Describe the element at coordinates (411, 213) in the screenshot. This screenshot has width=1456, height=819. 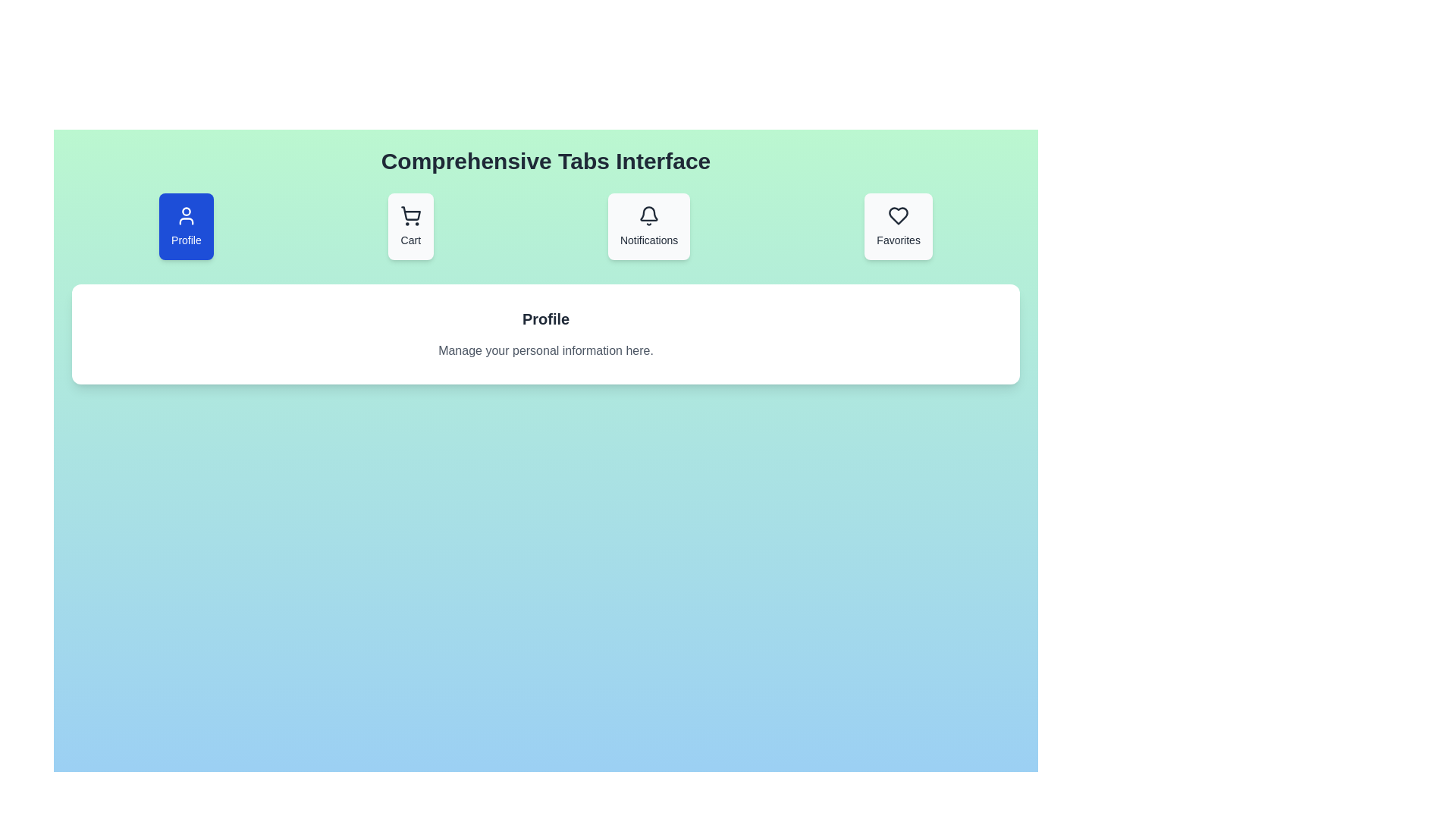
I see `the 'Cart' button icon located in the top-center of the interface` at that location.